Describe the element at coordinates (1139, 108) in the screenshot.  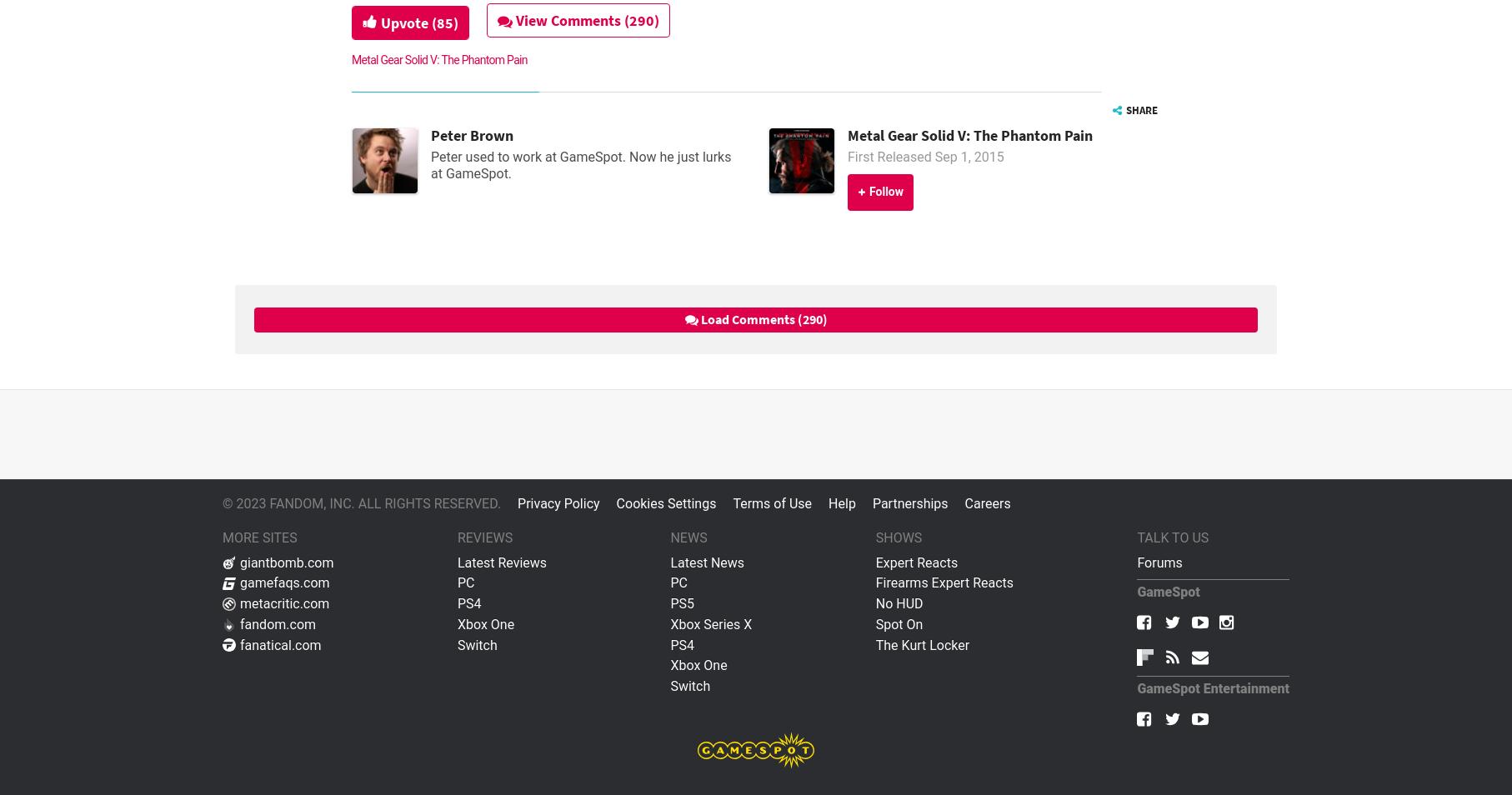
I see `'Share'` at that location.